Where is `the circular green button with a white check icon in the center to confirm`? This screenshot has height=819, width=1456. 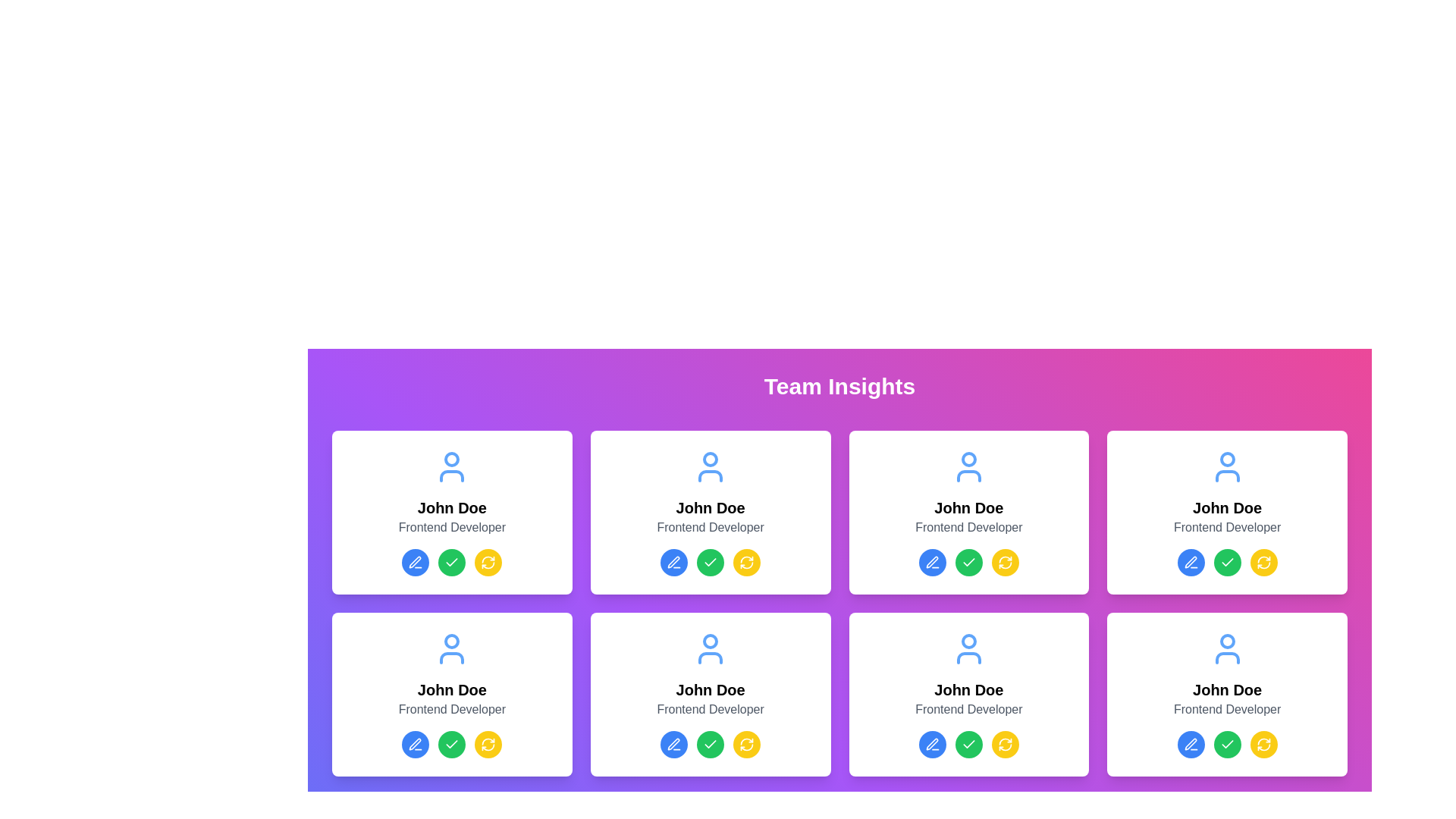 the circular green button with a white check icon in the center to confirm is located at coordinates (451, 562).